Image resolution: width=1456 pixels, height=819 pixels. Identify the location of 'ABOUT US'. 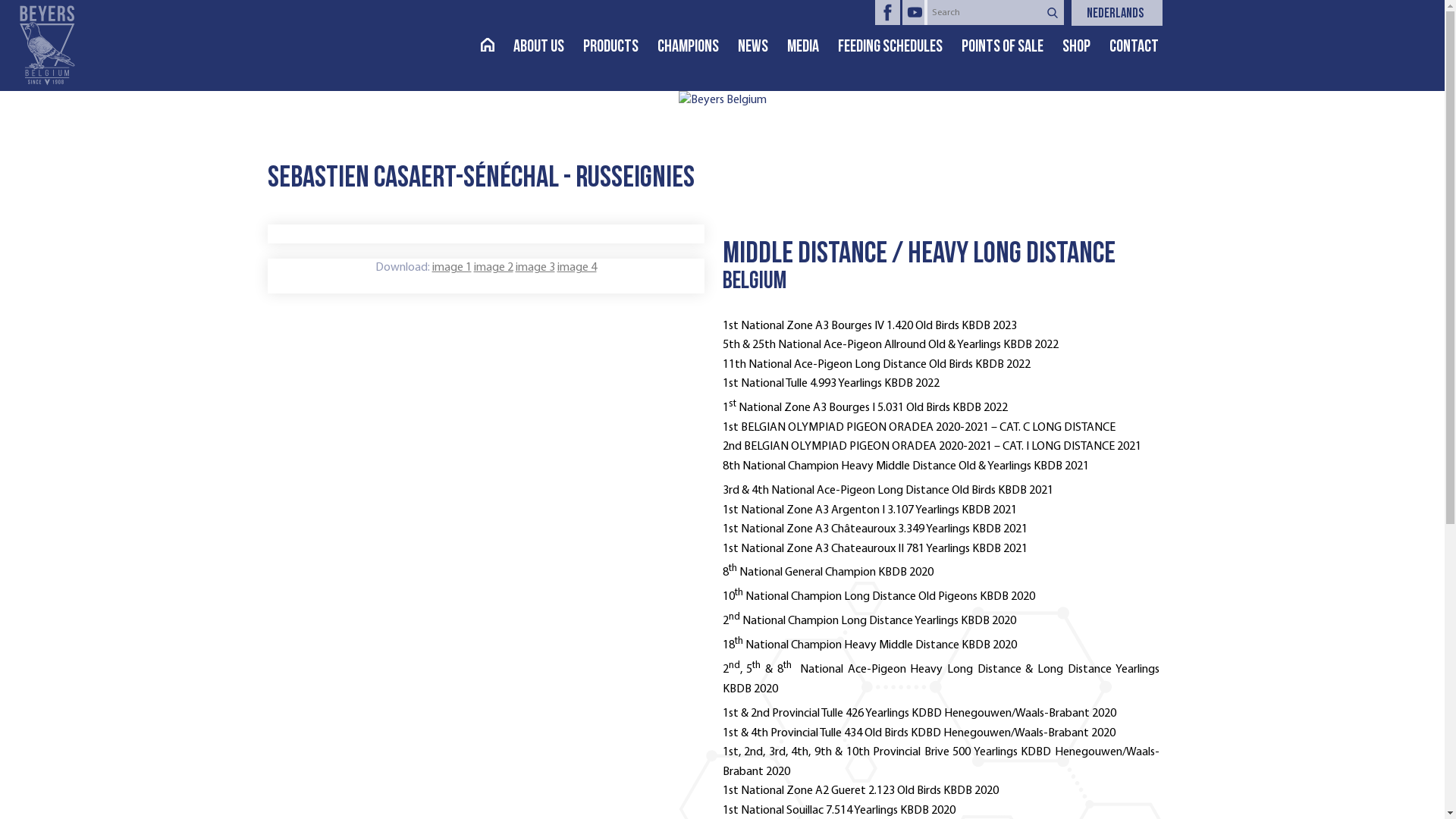
(546, 46).